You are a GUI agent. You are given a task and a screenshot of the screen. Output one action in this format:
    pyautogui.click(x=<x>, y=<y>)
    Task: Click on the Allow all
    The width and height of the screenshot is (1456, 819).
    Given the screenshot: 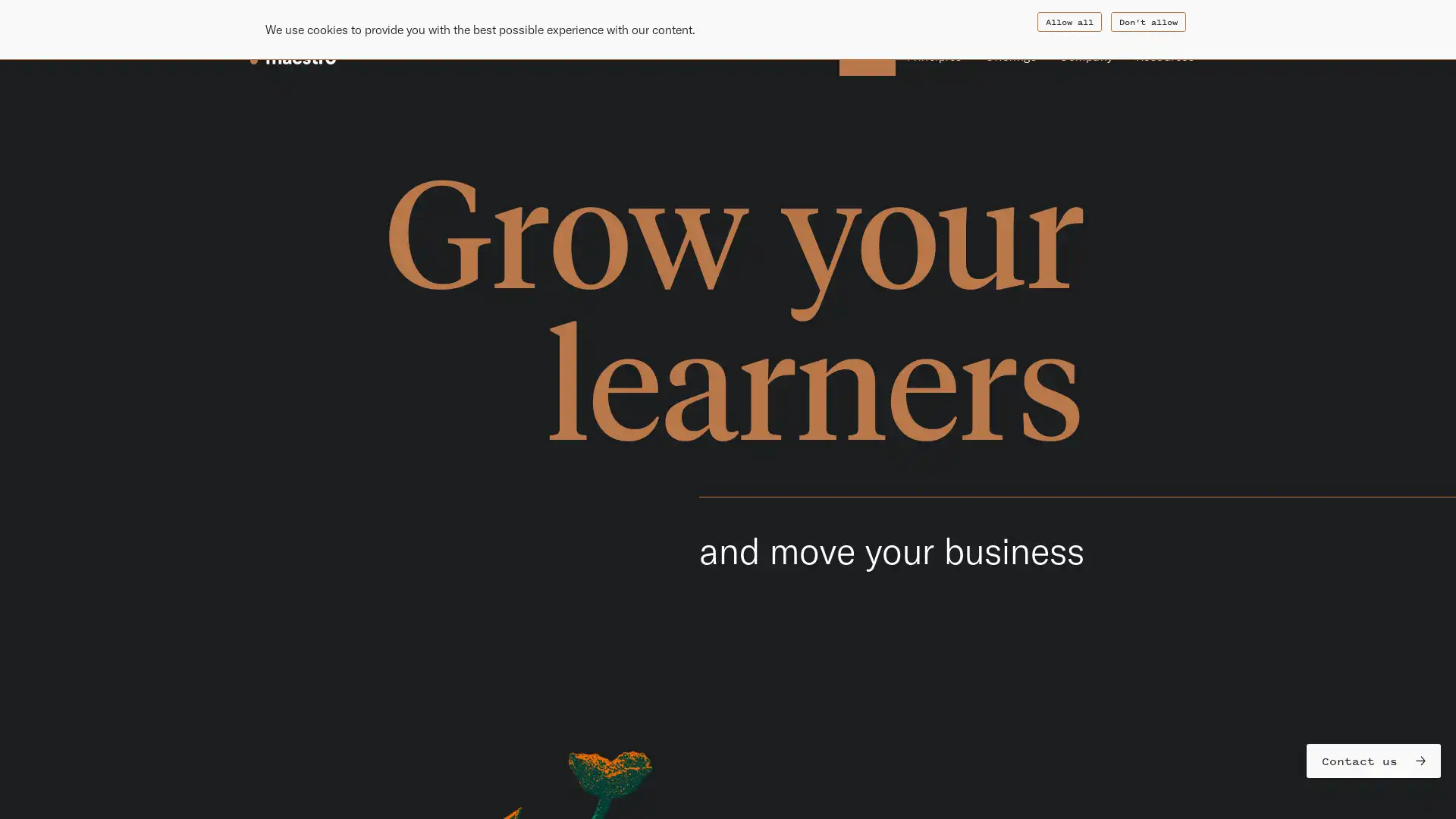 What is the action you would take?
    pyautogui.click(x=1068, y=22)
    